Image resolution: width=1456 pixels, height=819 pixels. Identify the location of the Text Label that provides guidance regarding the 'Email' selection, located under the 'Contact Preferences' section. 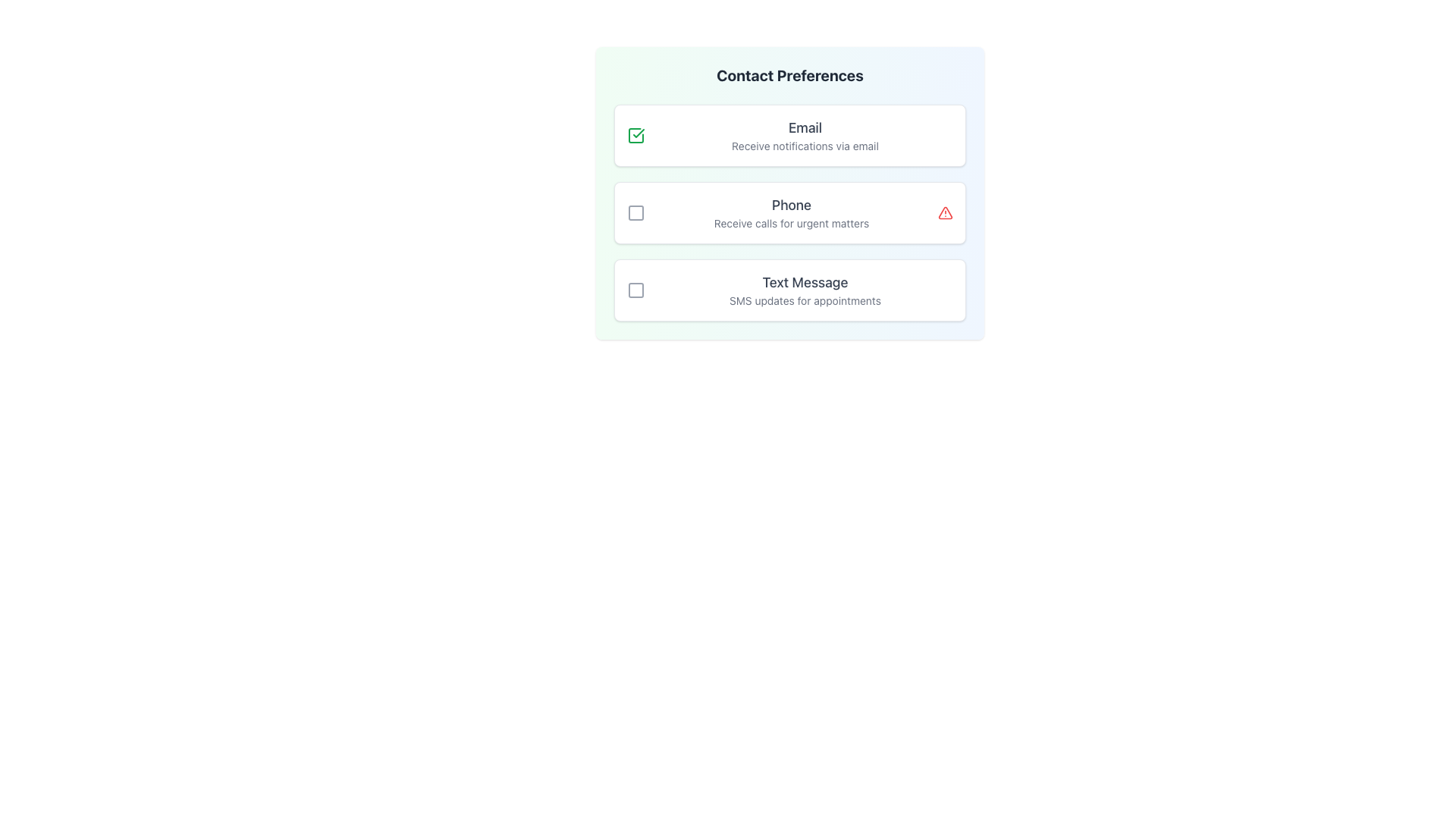
(804, 146).